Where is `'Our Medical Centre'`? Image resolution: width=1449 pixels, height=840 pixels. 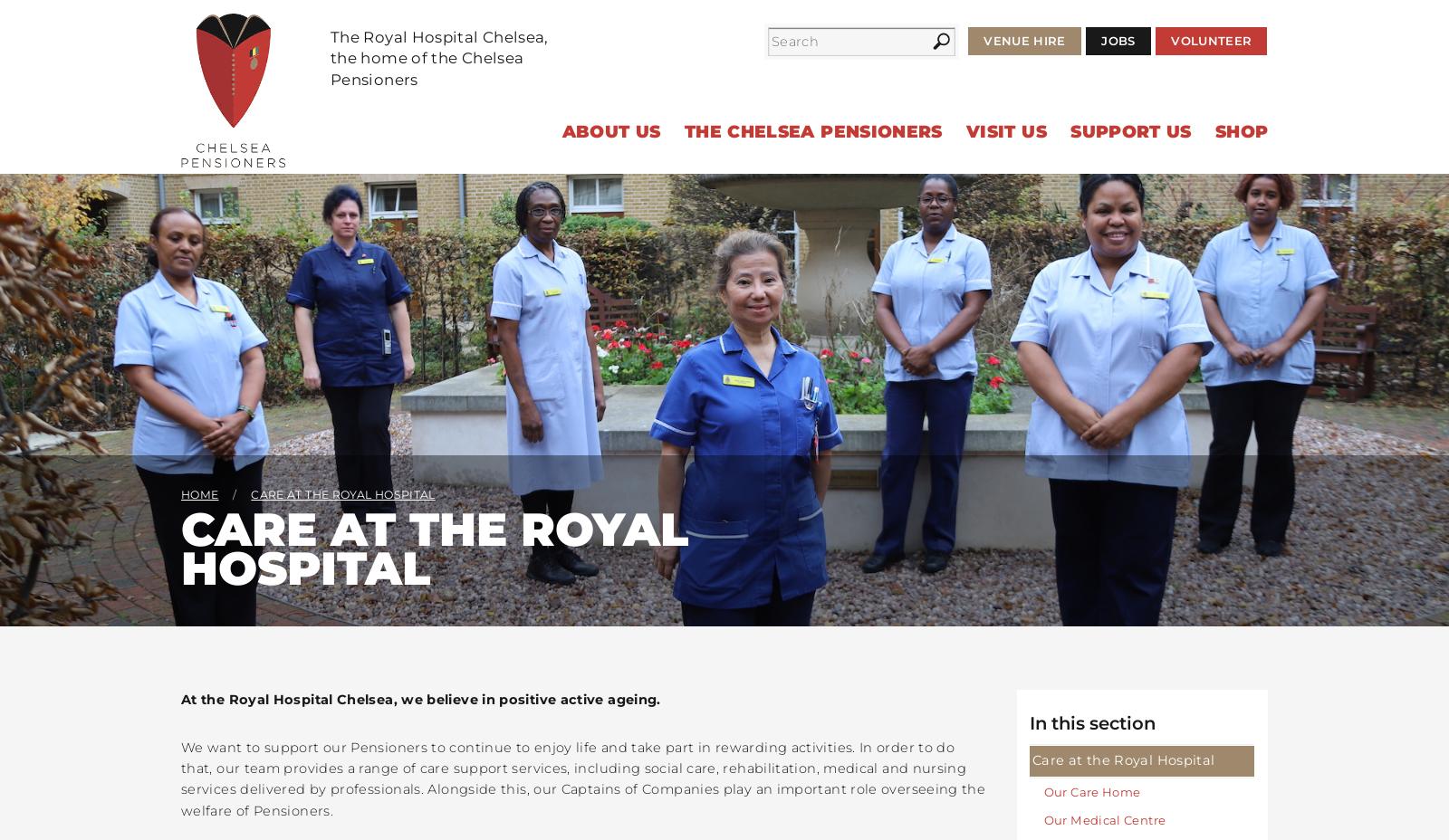
'Our Medical Centre' is located at coordinates (1103, 818).